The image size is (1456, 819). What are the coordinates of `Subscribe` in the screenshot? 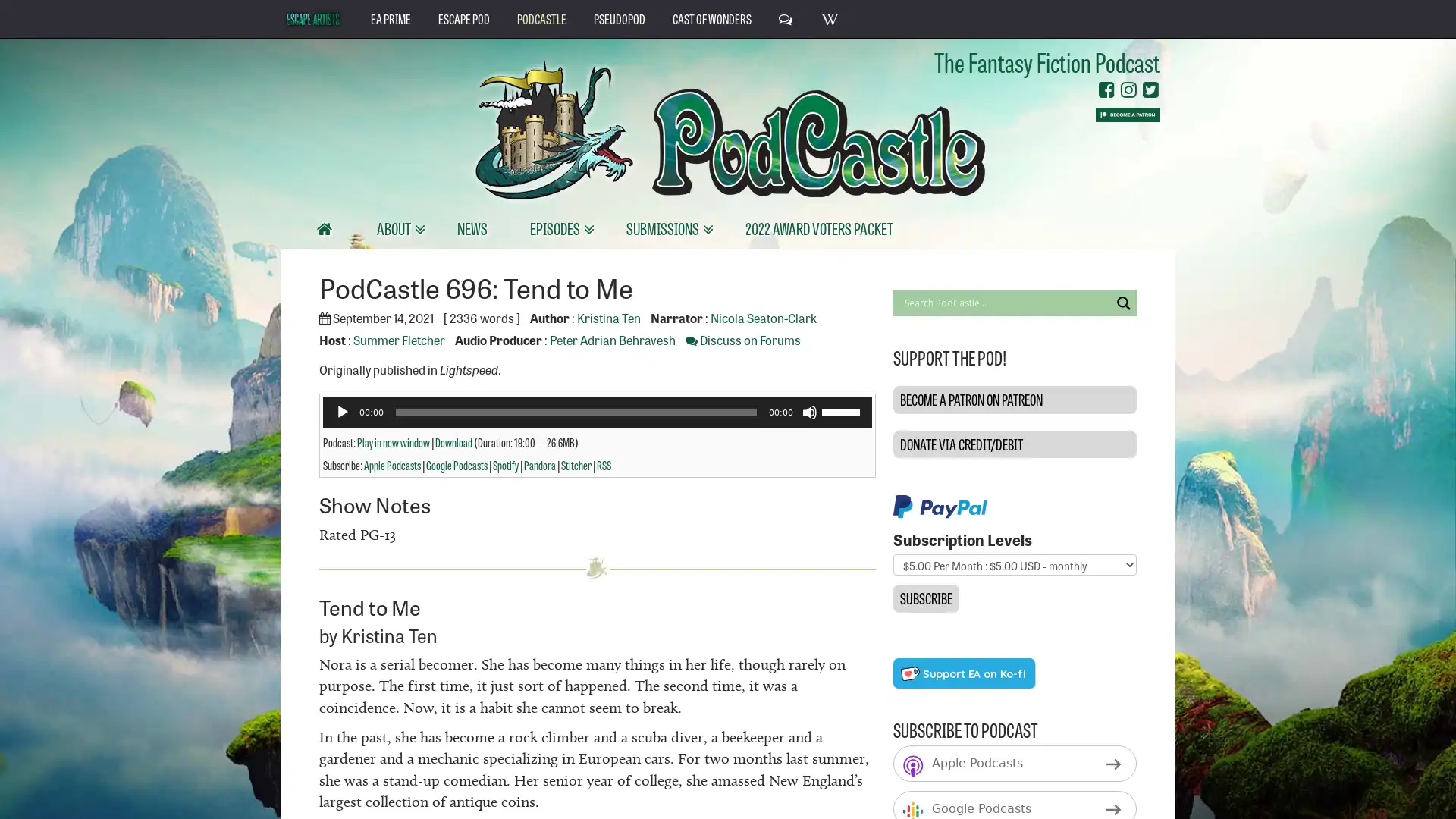 It's located at (924, 598).